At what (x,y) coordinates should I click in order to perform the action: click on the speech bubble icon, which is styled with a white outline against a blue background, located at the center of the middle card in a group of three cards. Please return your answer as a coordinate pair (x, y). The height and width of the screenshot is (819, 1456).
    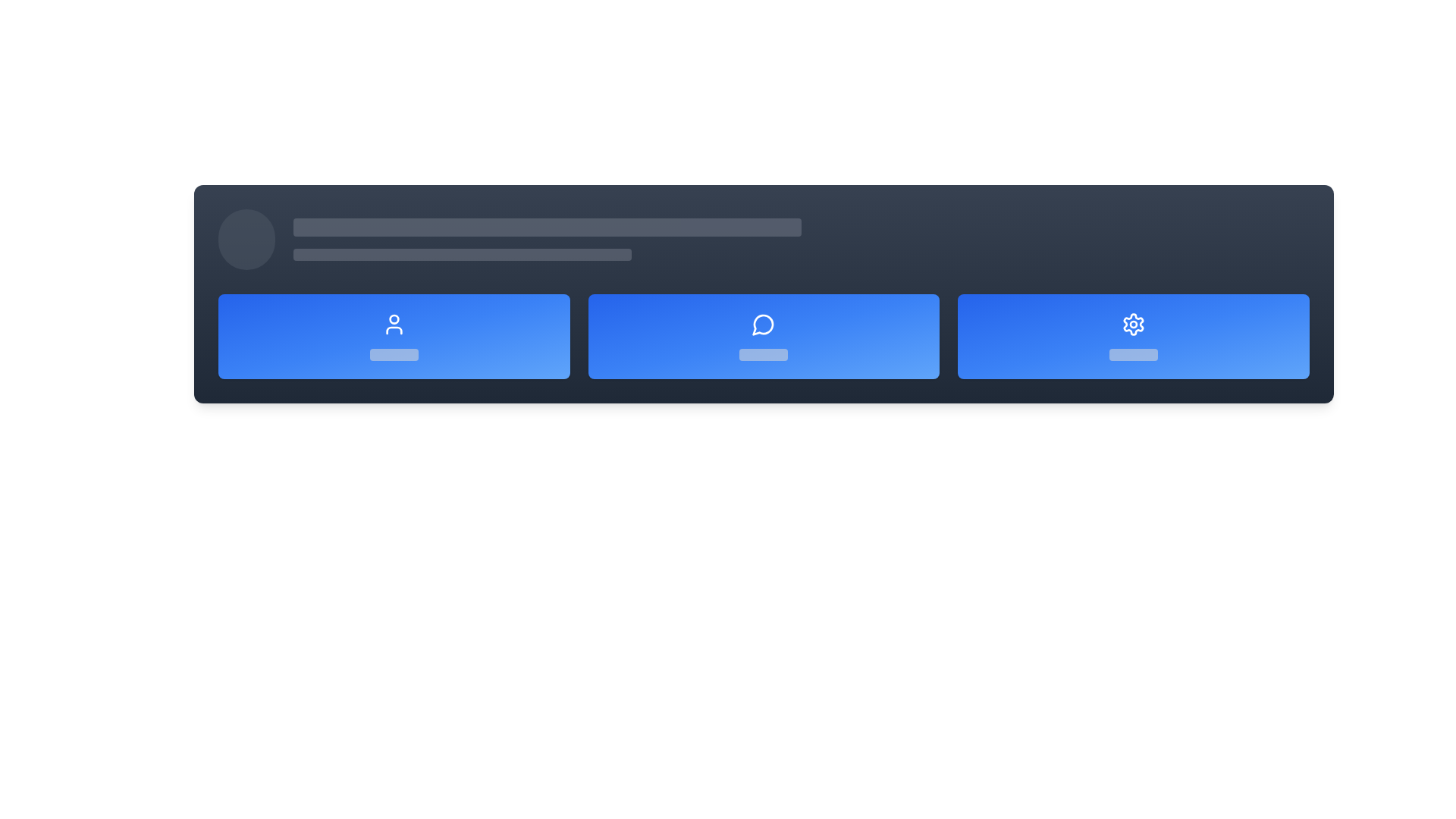
    Looking at the image, I should click on (764, 324).